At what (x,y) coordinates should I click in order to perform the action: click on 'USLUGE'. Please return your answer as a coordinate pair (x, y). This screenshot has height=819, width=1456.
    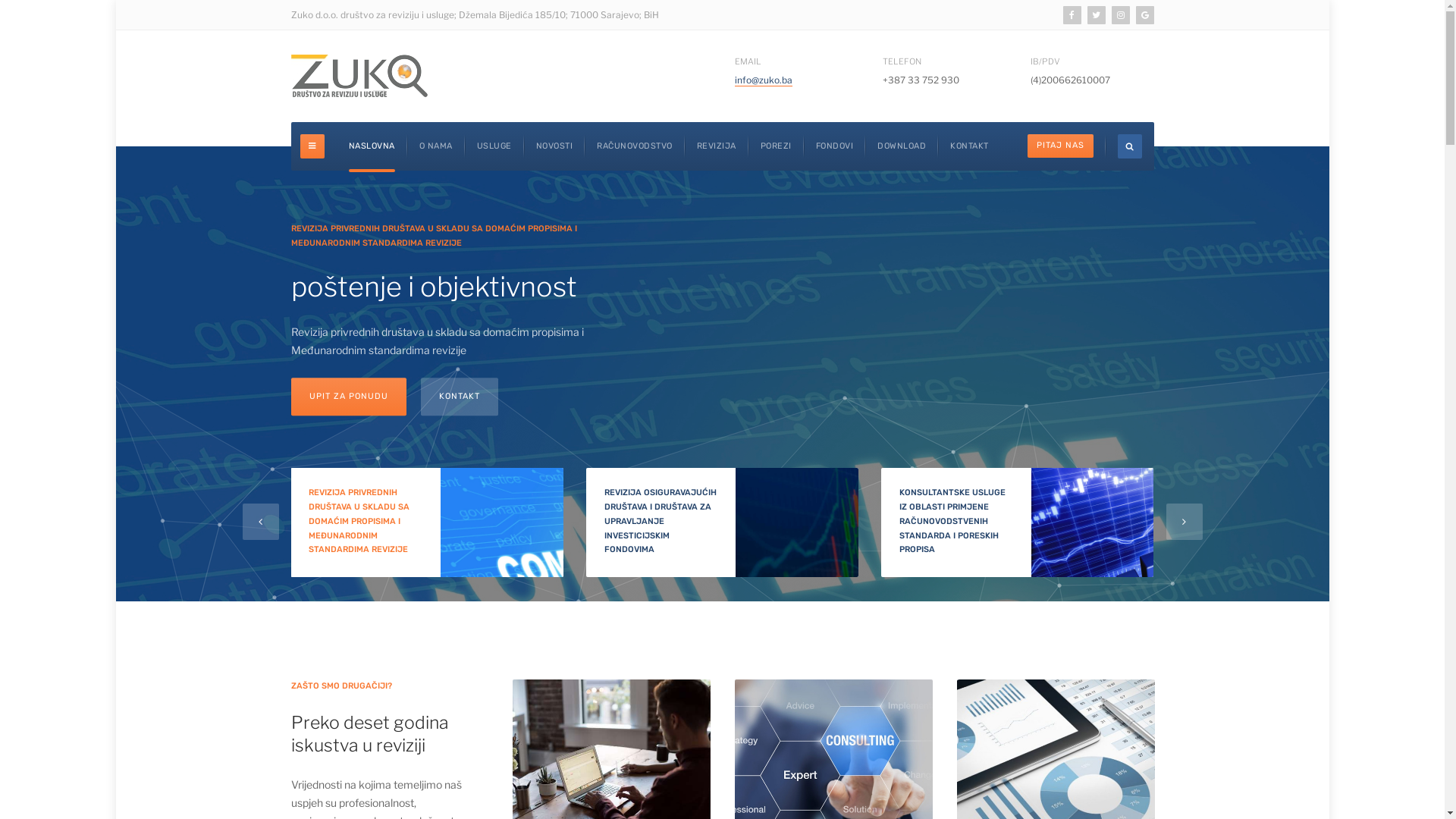
    Looking at the image, I should click on (475, 146).